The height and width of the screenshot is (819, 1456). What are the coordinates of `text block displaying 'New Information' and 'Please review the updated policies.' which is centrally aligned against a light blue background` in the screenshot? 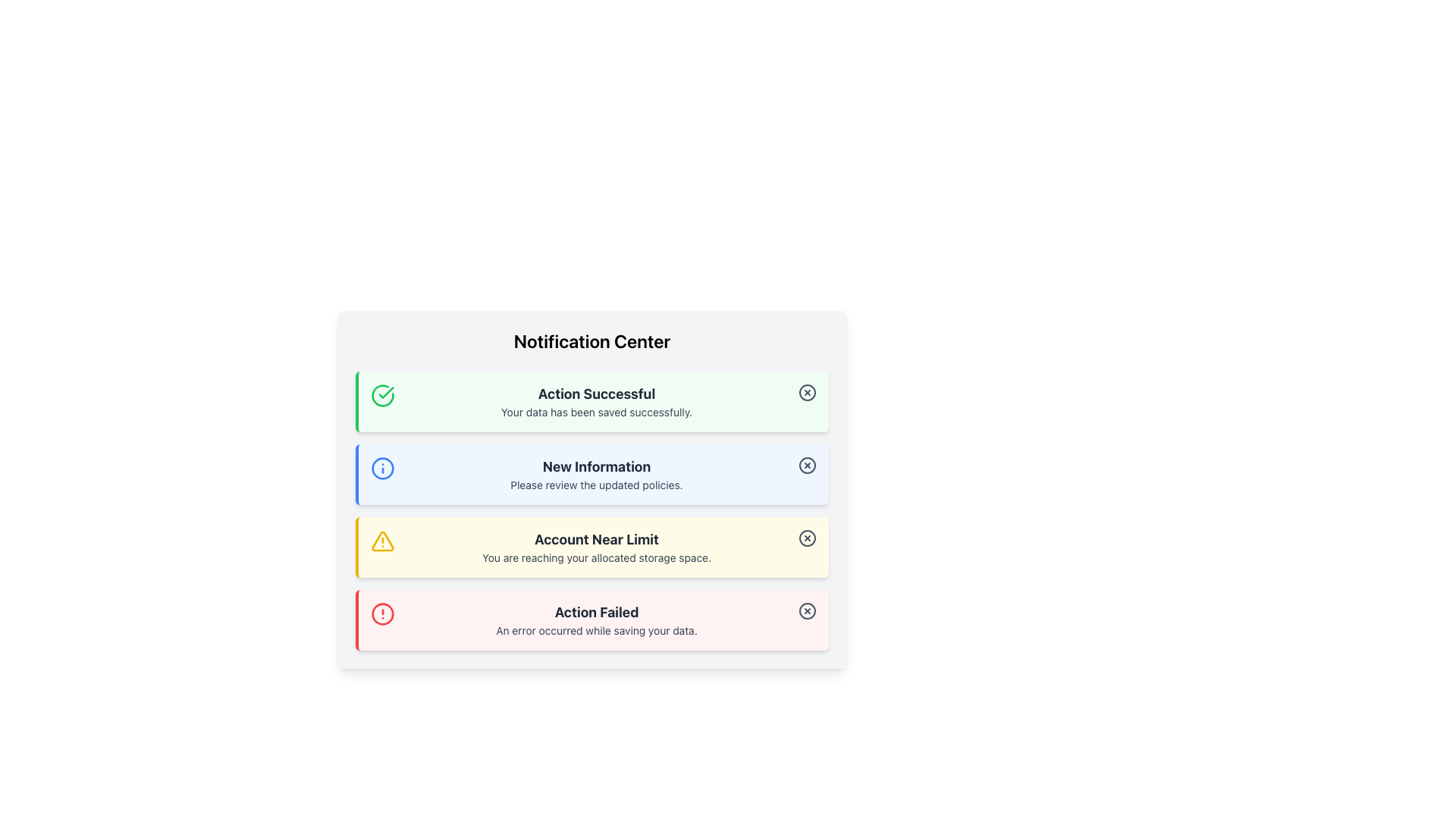 It's located at (596, 473).